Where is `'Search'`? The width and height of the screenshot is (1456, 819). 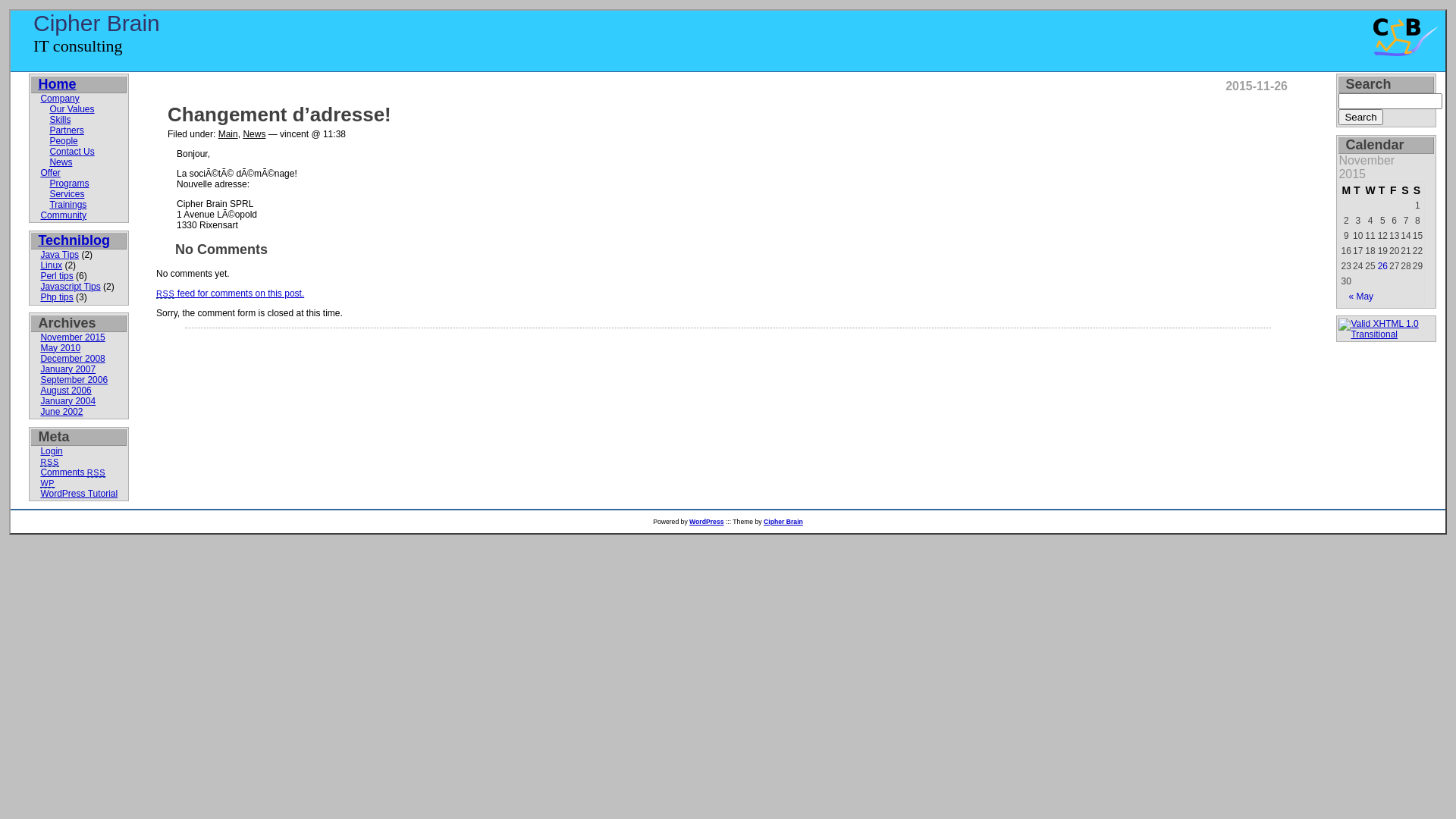 'Search' is located at coordinates (1360, 116).